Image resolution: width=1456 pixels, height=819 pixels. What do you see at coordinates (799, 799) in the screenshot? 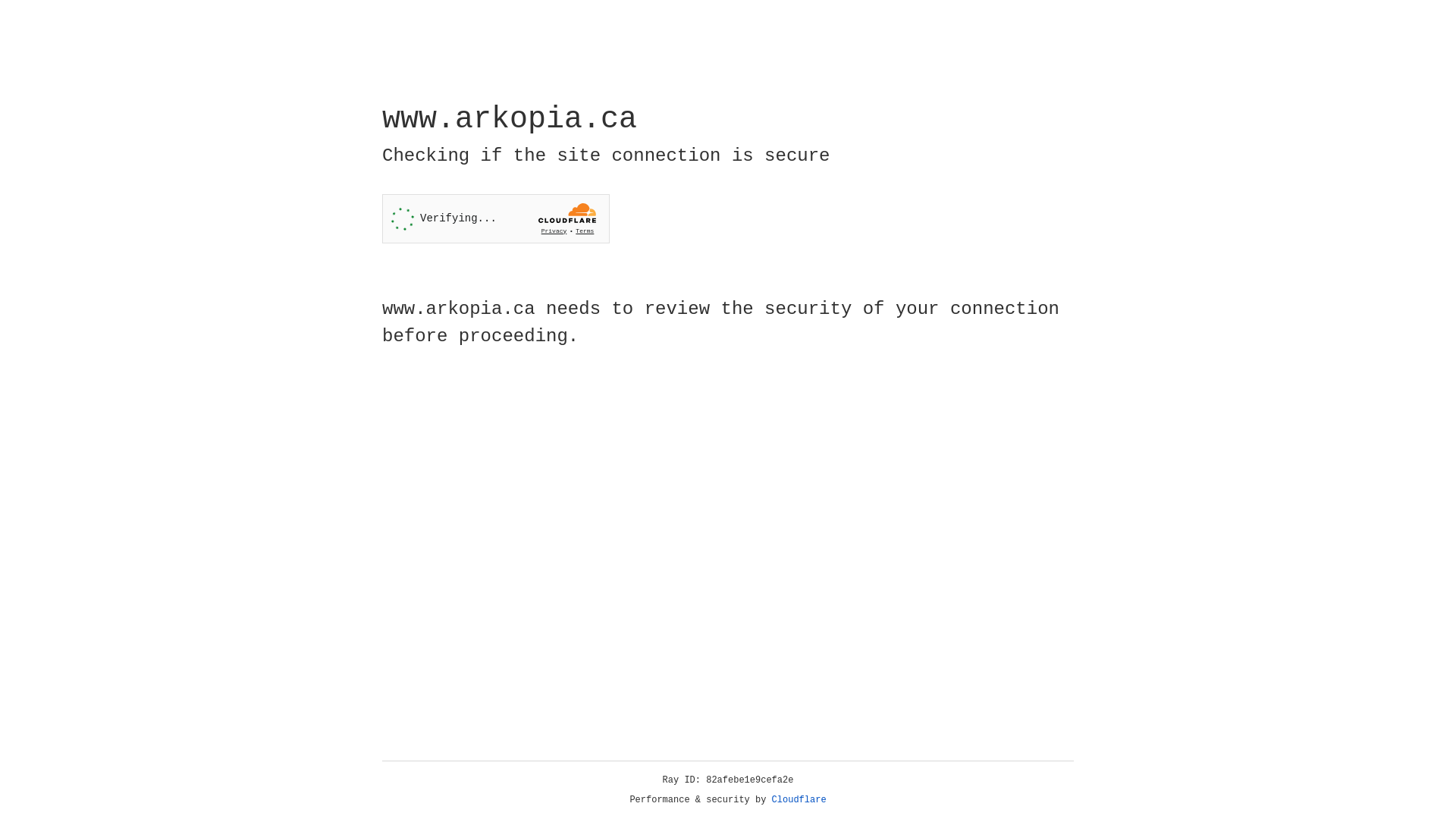
I see `'Cloudflare'` at bounding box center [799, 799].